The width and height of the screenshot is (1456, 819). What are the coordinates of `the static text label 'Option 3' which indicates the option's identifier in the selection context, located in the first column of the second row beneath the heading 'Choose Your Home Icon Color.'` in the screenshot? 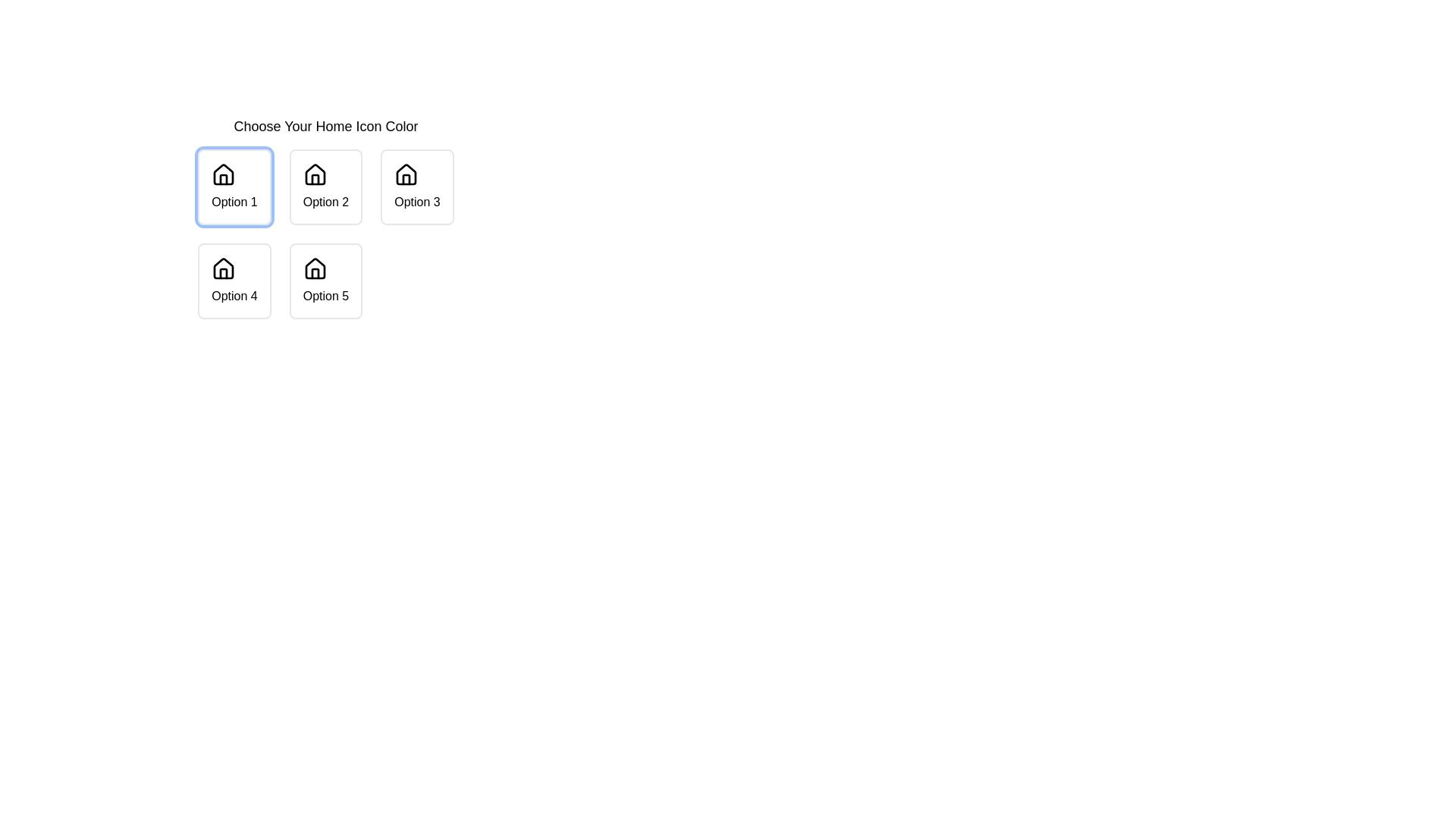 It's located at (417, 201).